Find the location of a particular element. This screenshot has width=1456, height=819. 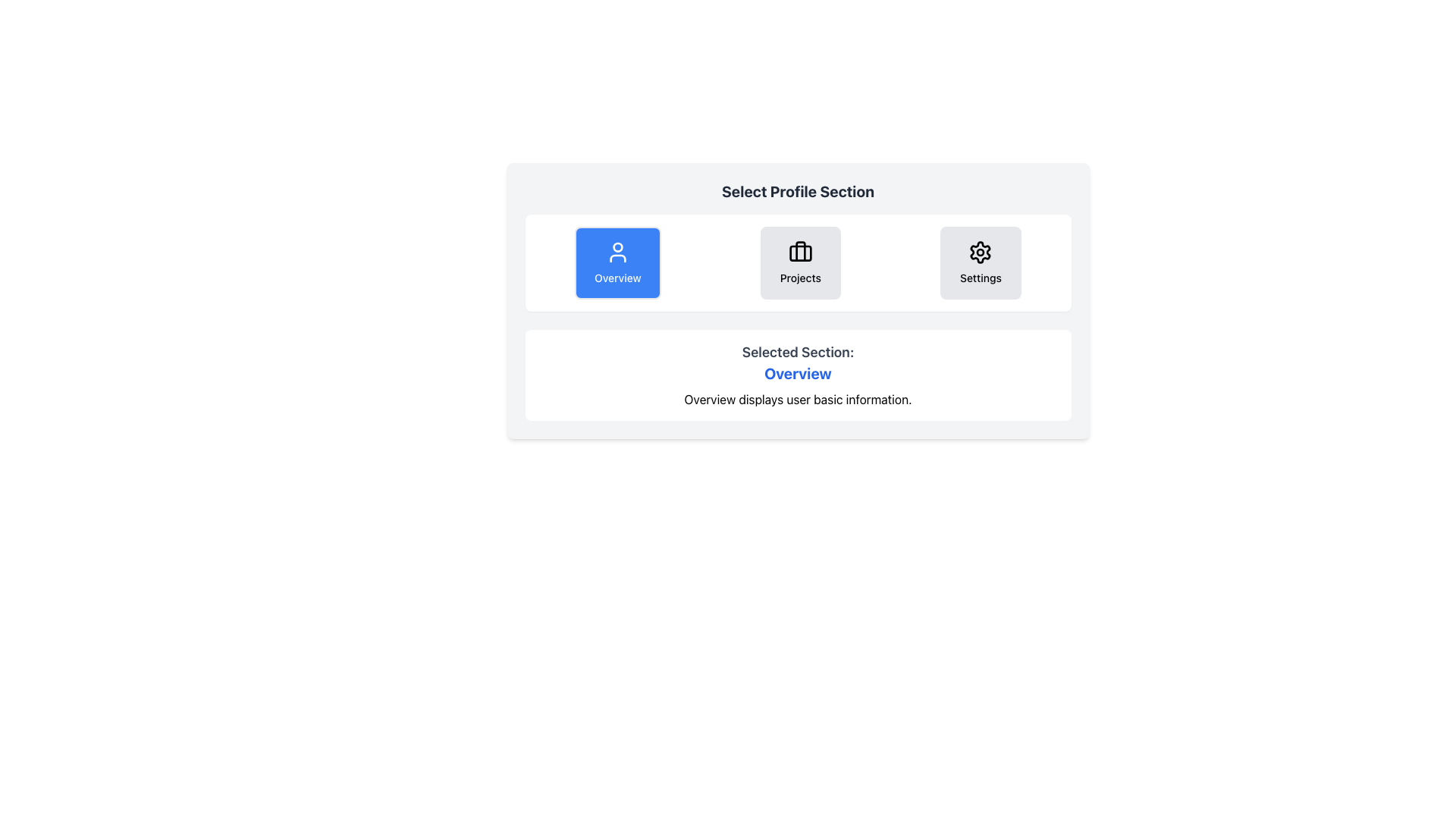

the Informational display section that contains the text 'Selected Section:', 'Overview', and 'Overview displays user basic information.' is located at coordinates (797, 375).